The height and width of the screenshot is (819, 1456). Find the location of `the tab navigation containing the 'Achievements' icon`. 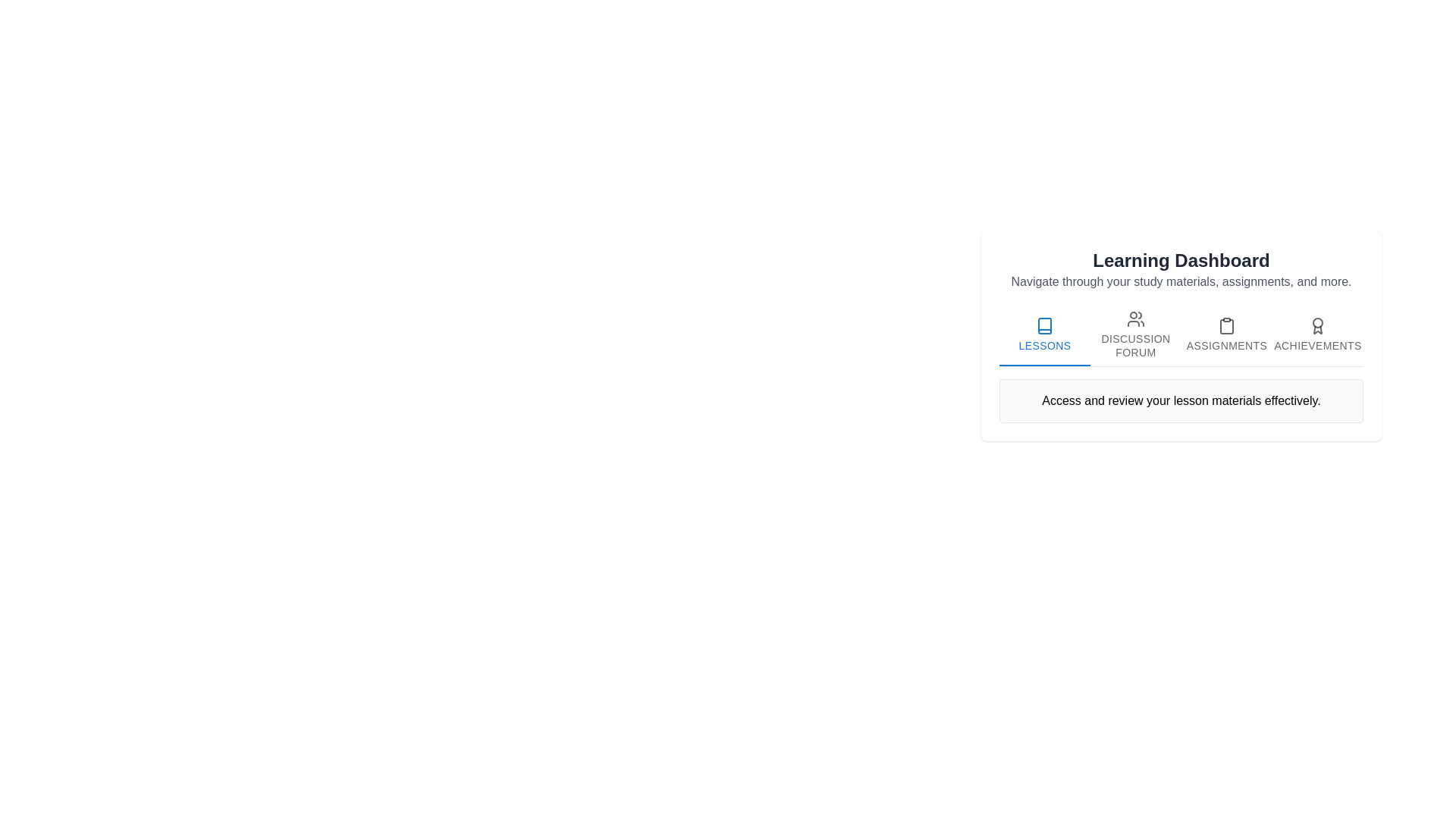

the tab navigation containing the 'Achievements' icon is located at coordinates (1316, 324).